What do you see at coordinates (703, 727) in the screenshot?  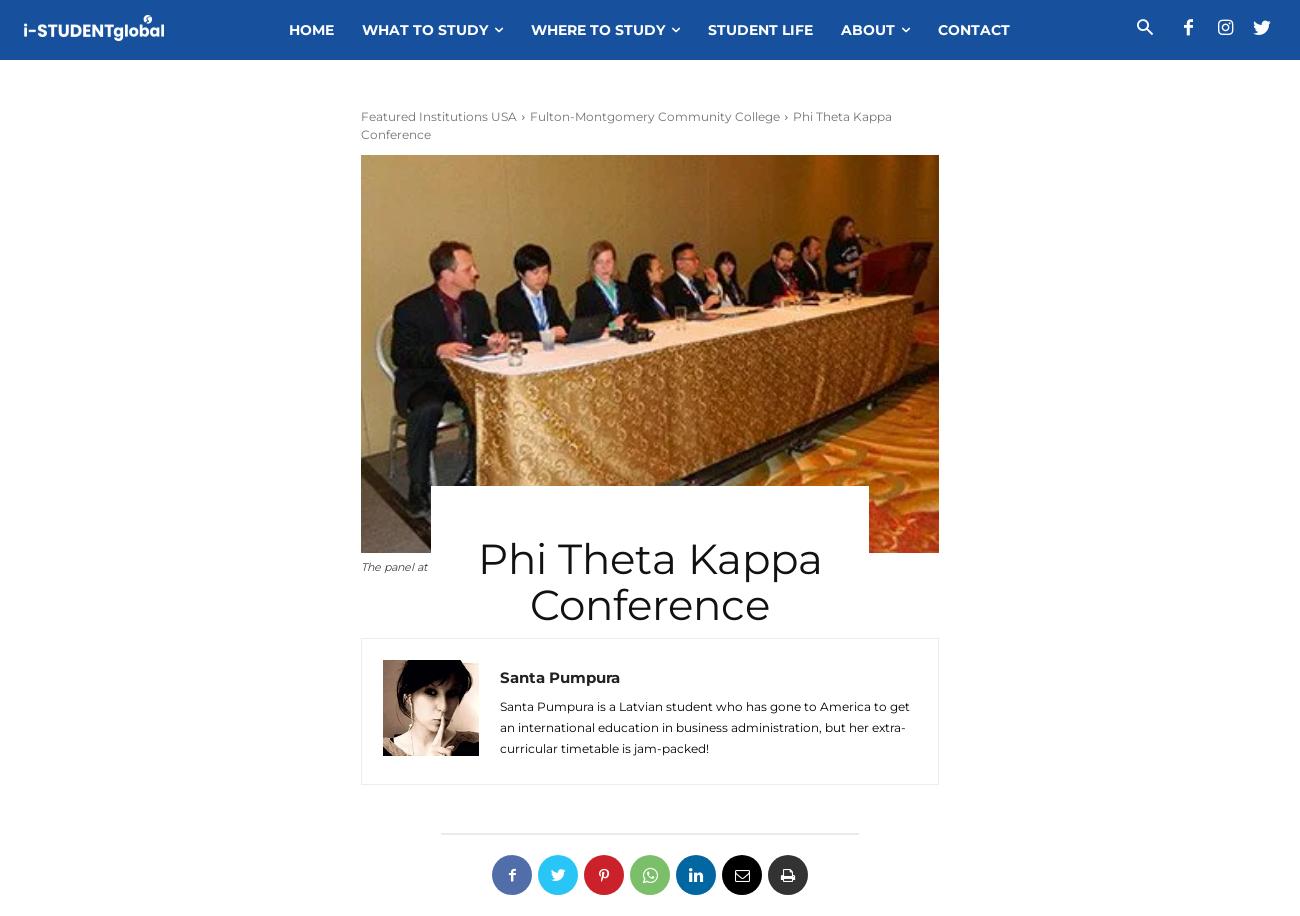 I see `'Santa Pumpura is a Latvian student who has gone to America to get an international education in business administration, but her extra-curricular timetable is jam-packed!'` at bounding box center [703, 727].